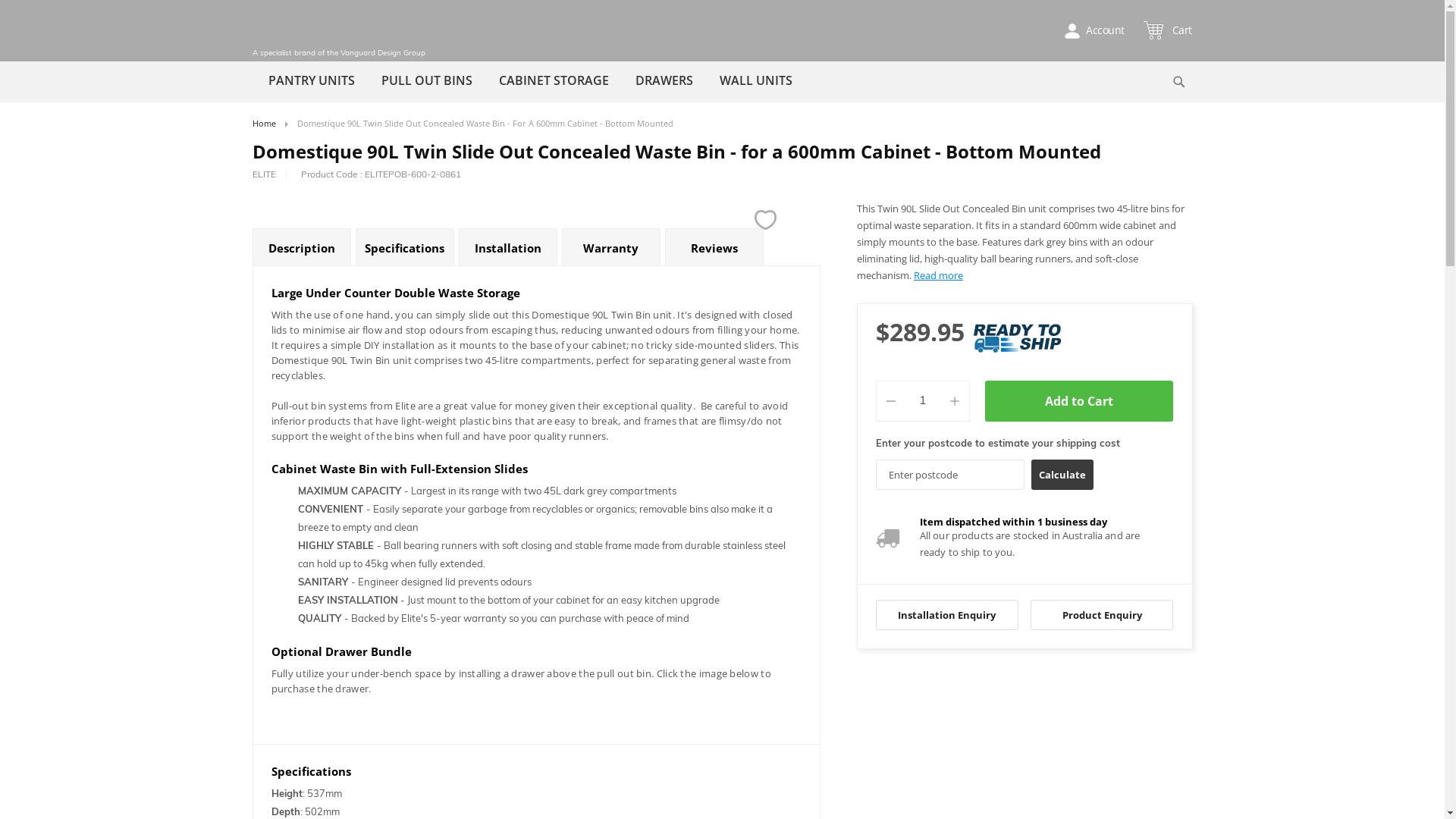  I want to click on 'PANTRY UNITS', so click(309, 80).